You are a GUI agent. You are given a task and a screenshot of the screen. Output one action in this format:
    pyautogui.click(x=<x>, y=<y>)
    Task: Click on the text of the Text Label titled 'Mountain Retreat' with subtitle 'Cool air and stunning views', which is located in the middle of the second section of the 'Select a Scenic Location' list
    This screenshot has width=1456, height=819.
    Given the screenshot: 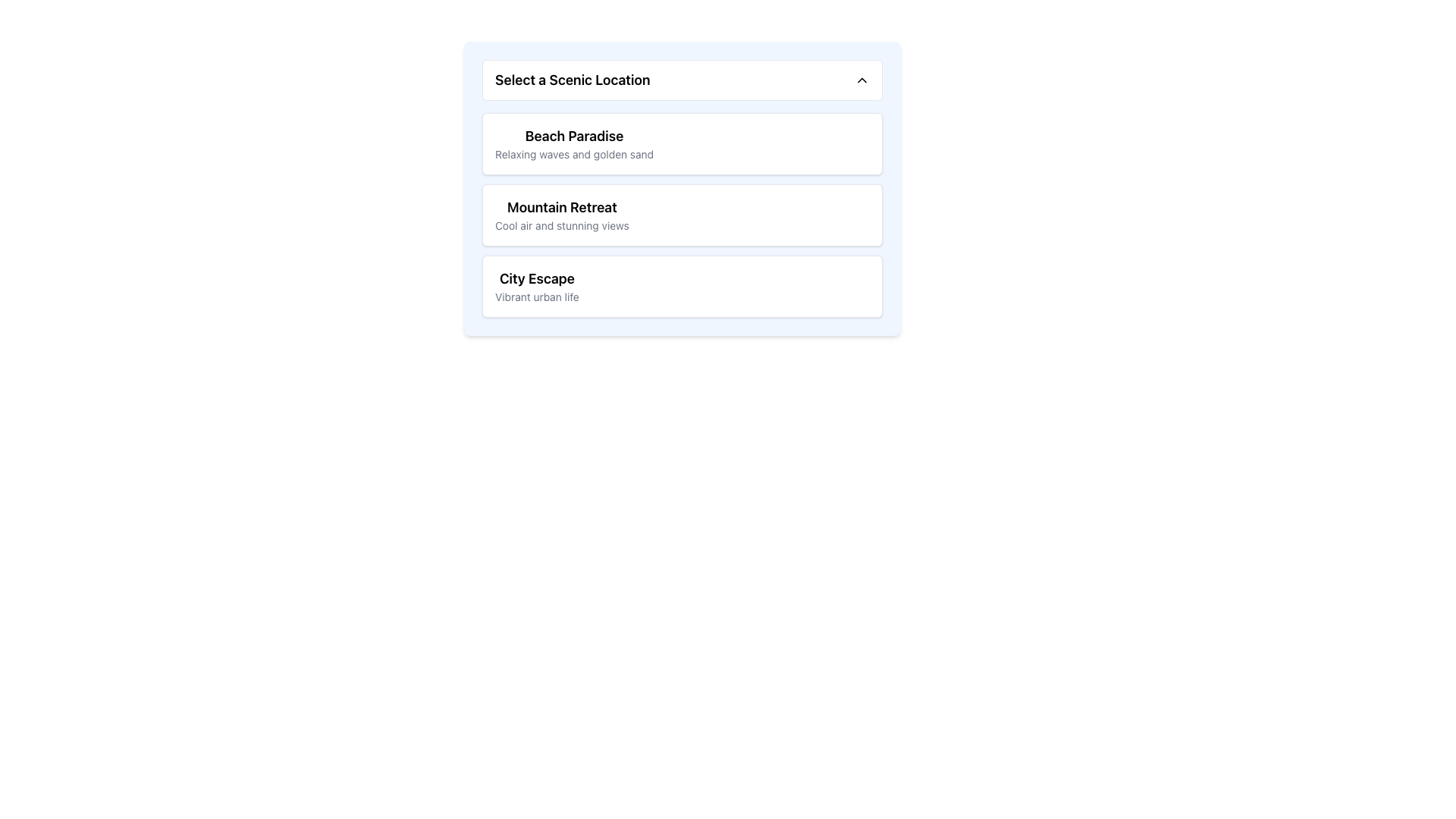 What is the action you would take?
    pyautogui.click(x=561, y=215)
    